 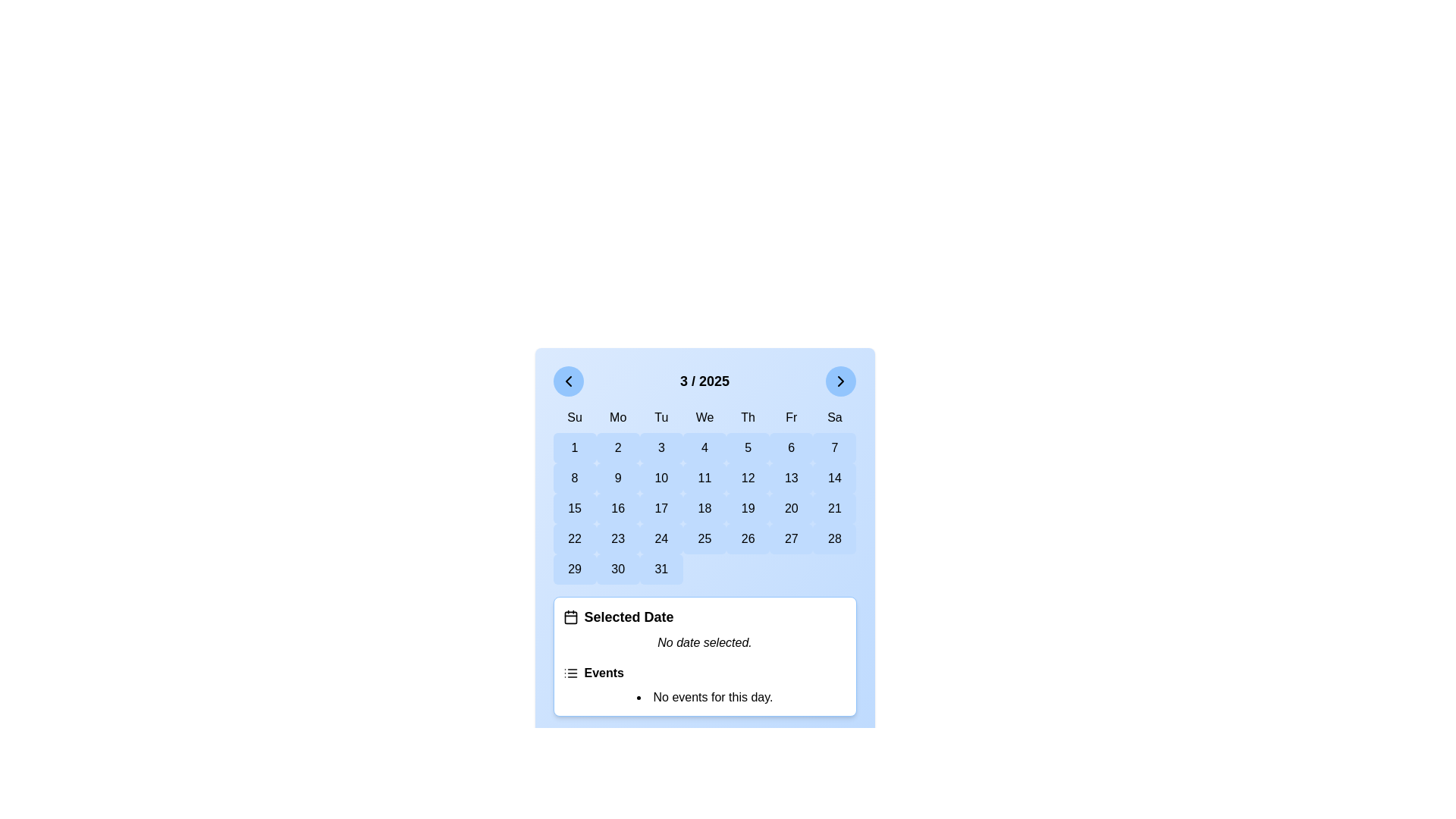 I want to click on the rounded rectangular button with the light blue background and bold black text '28' in the March 2025 calendar, so click(x=833, y=538).